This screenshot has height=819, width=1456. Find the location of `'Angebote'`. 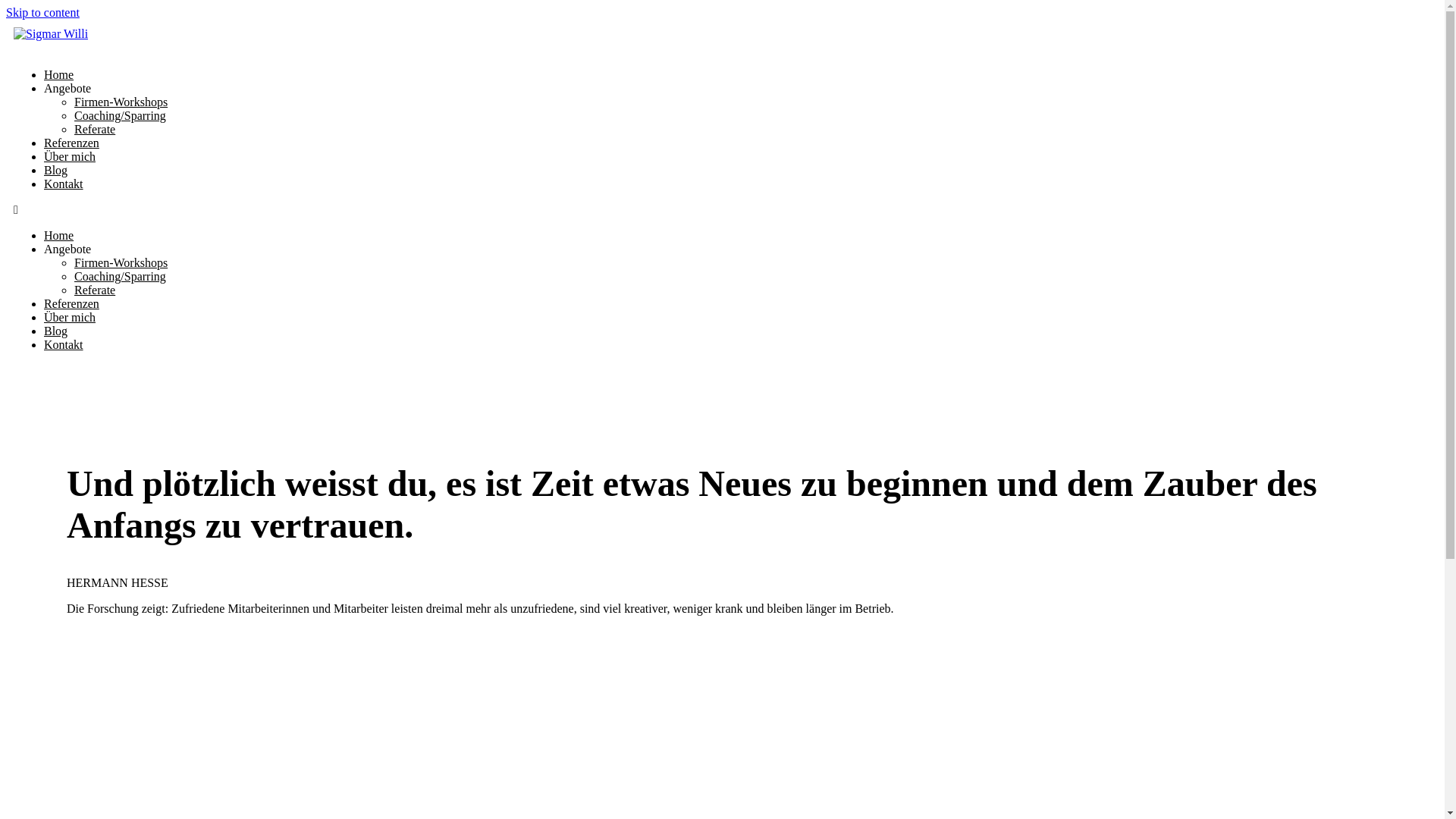

'Angebote' is located at coordinates (67, 248).